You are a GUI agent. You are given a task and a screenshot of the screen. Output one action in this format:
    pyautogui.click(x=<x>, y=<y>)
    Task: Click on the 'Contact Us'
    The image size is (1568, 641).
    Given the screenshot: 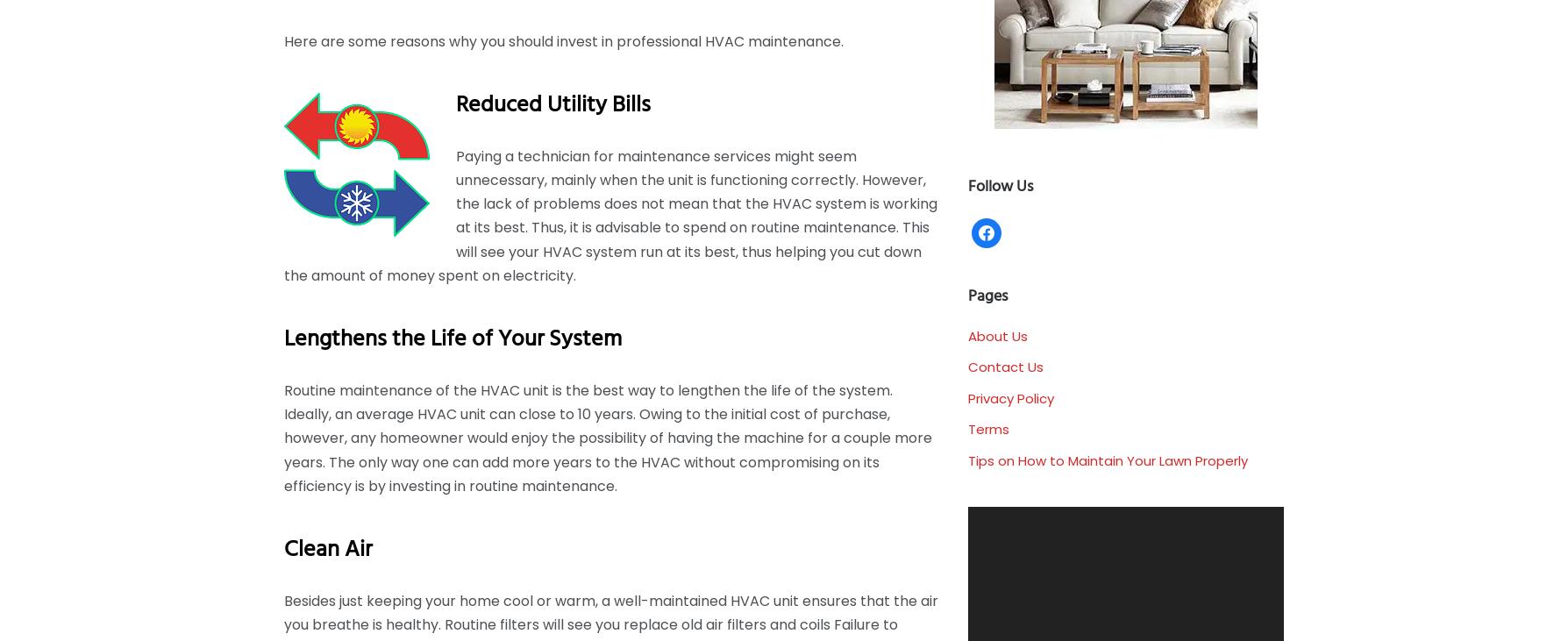 What is the action you would take?
    pyautogui.click(x=967, y=367)
    